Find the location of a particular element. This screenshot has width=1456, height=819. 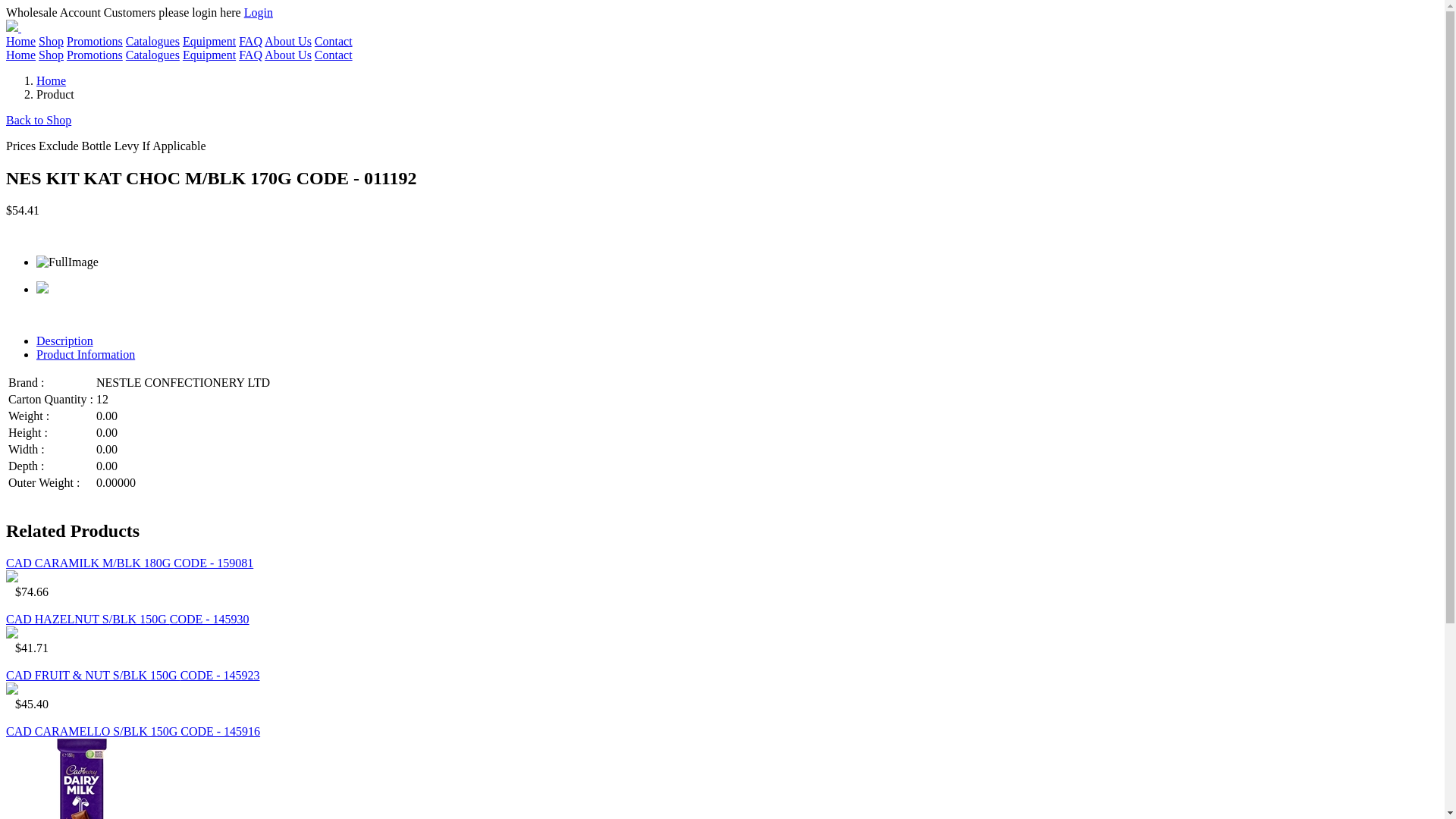

'Promotions' is located at coordinates (93, 40).